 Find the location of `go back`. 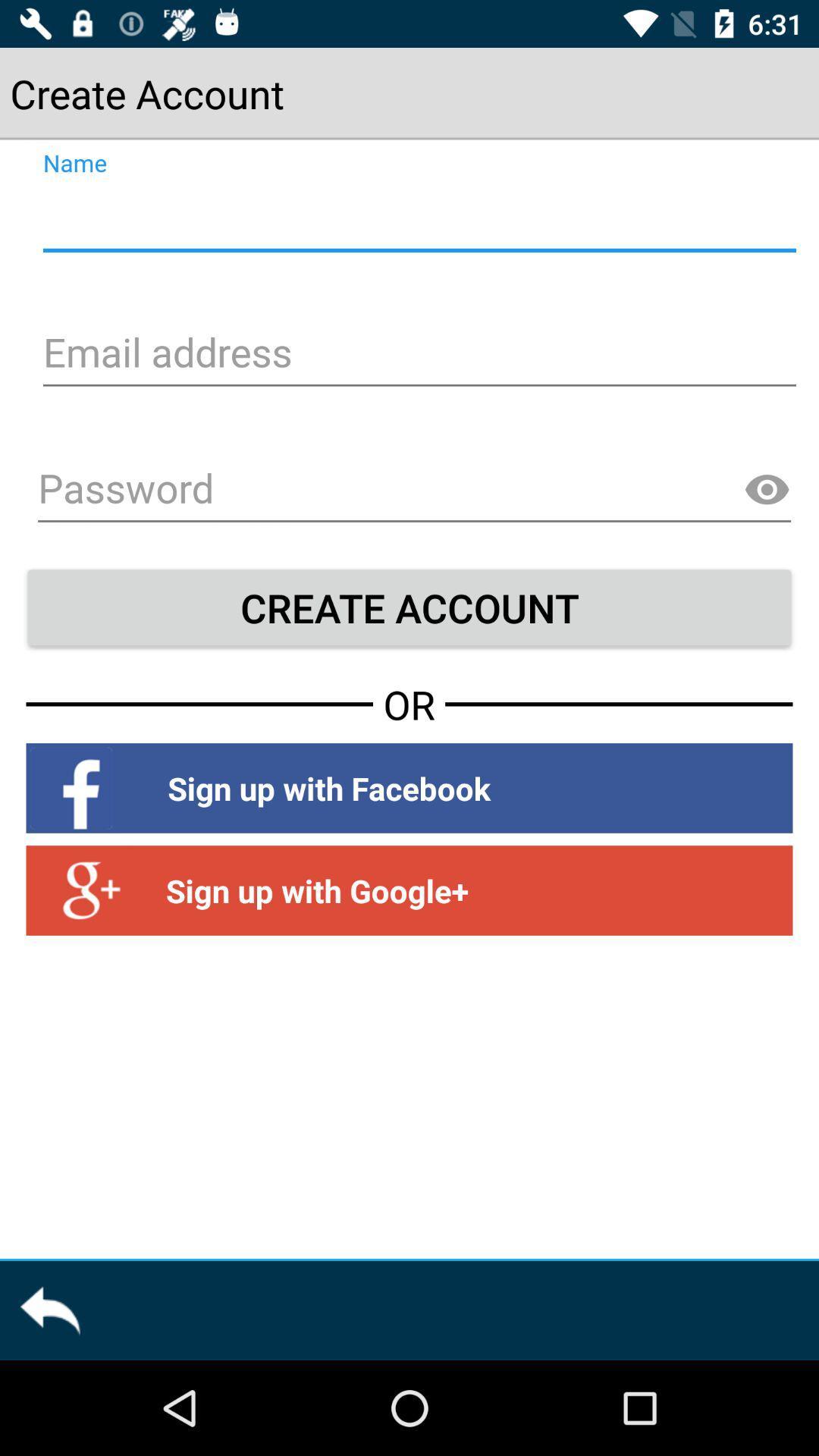

go back is located at coordinates (49, 1310).